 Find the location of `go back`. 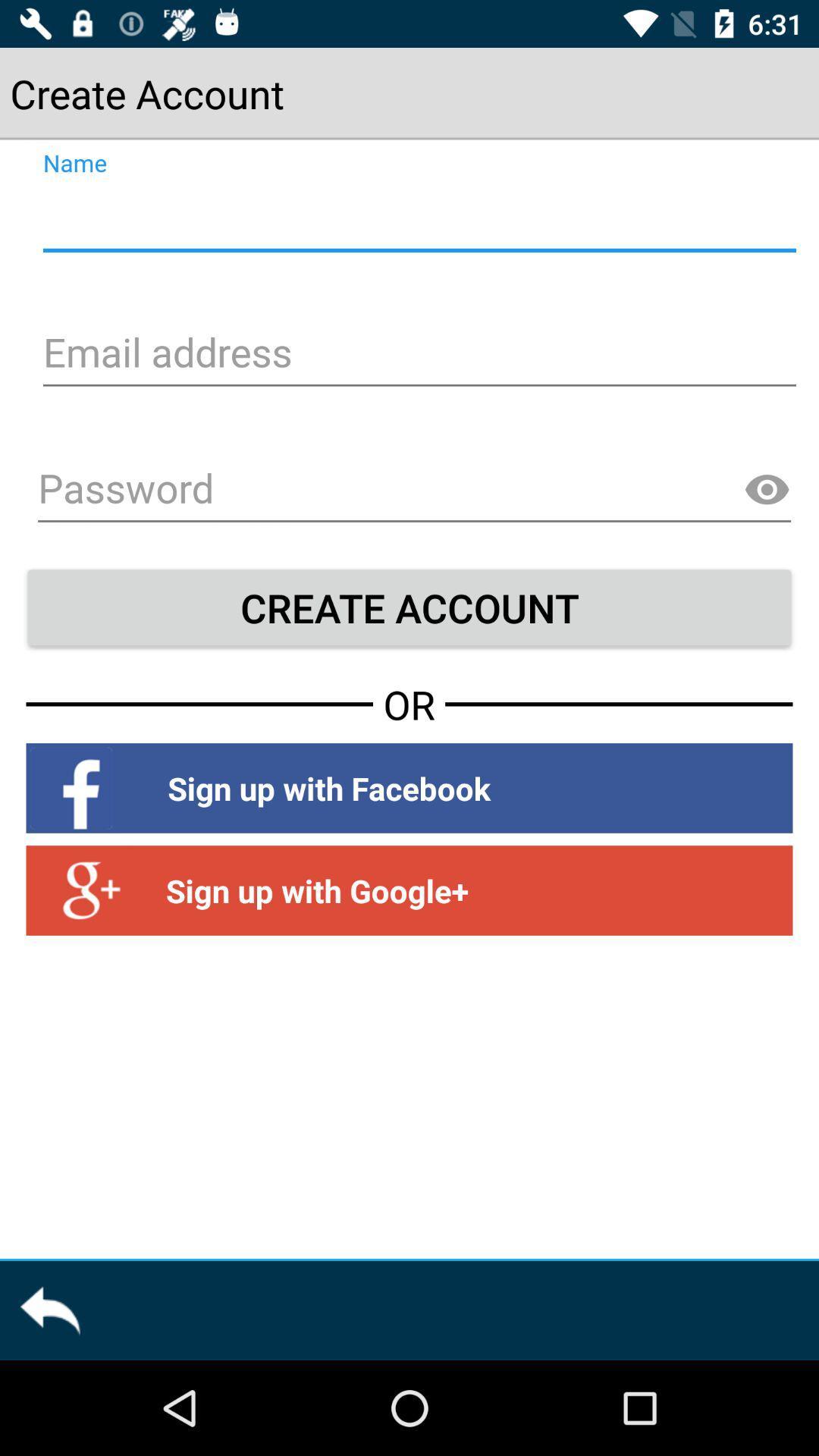

go back is located at coordinates (49, 1310).